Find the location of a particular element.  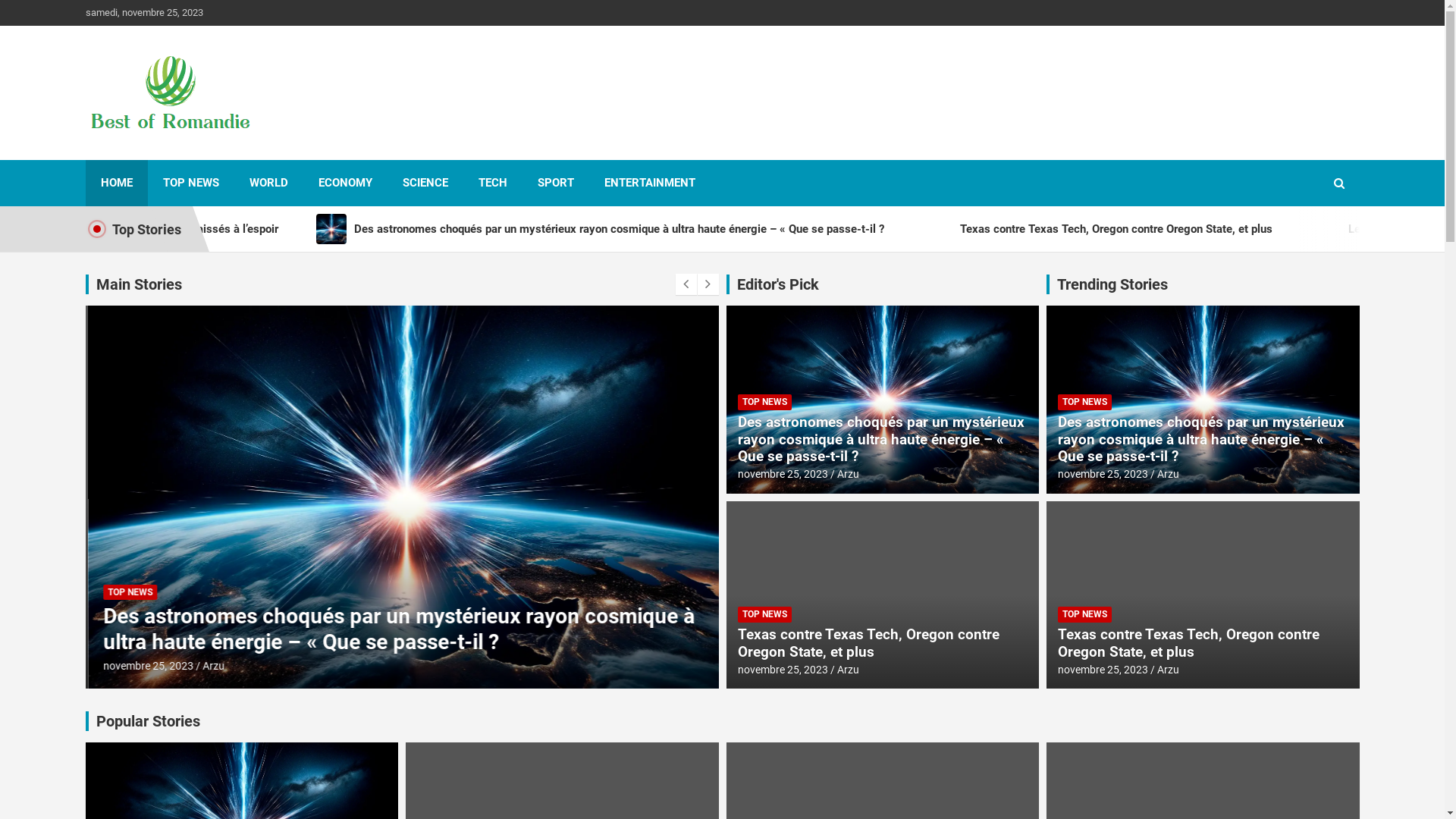

'ECONOMY' is located at coordinates (344, 182).